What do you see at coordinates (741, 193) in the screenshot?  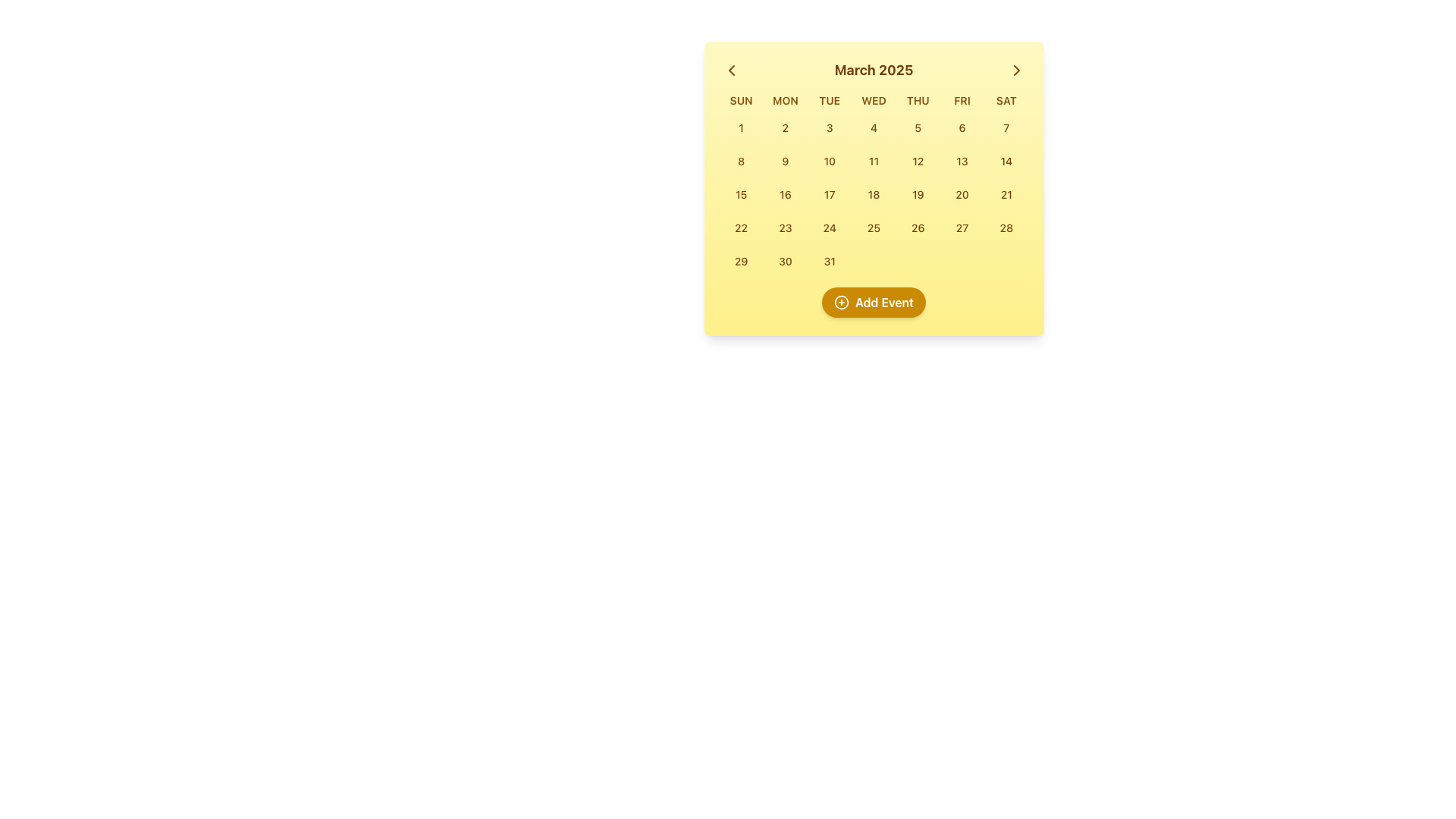 I see `the interactive calendar cell representing the date '15' for March 2025` at bounding box center [741, 193].